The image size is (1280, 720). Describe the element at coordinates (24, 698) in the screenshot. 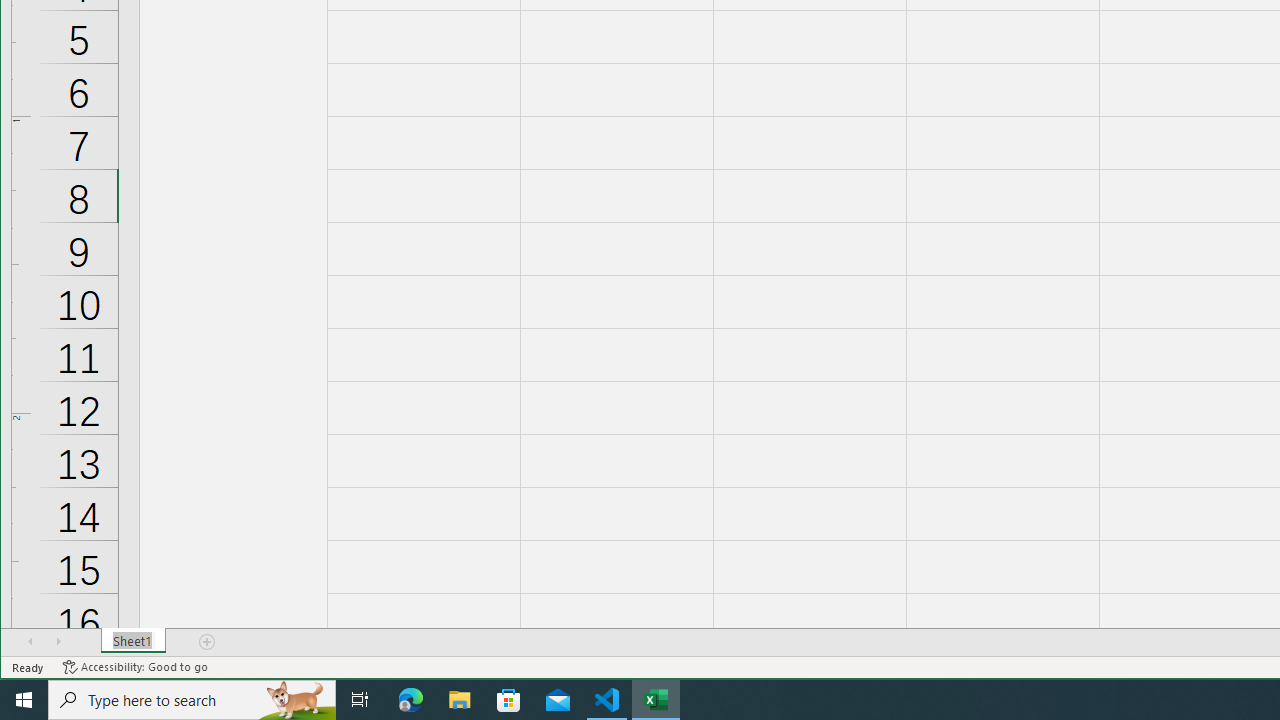

I see `'Start'` at that location.